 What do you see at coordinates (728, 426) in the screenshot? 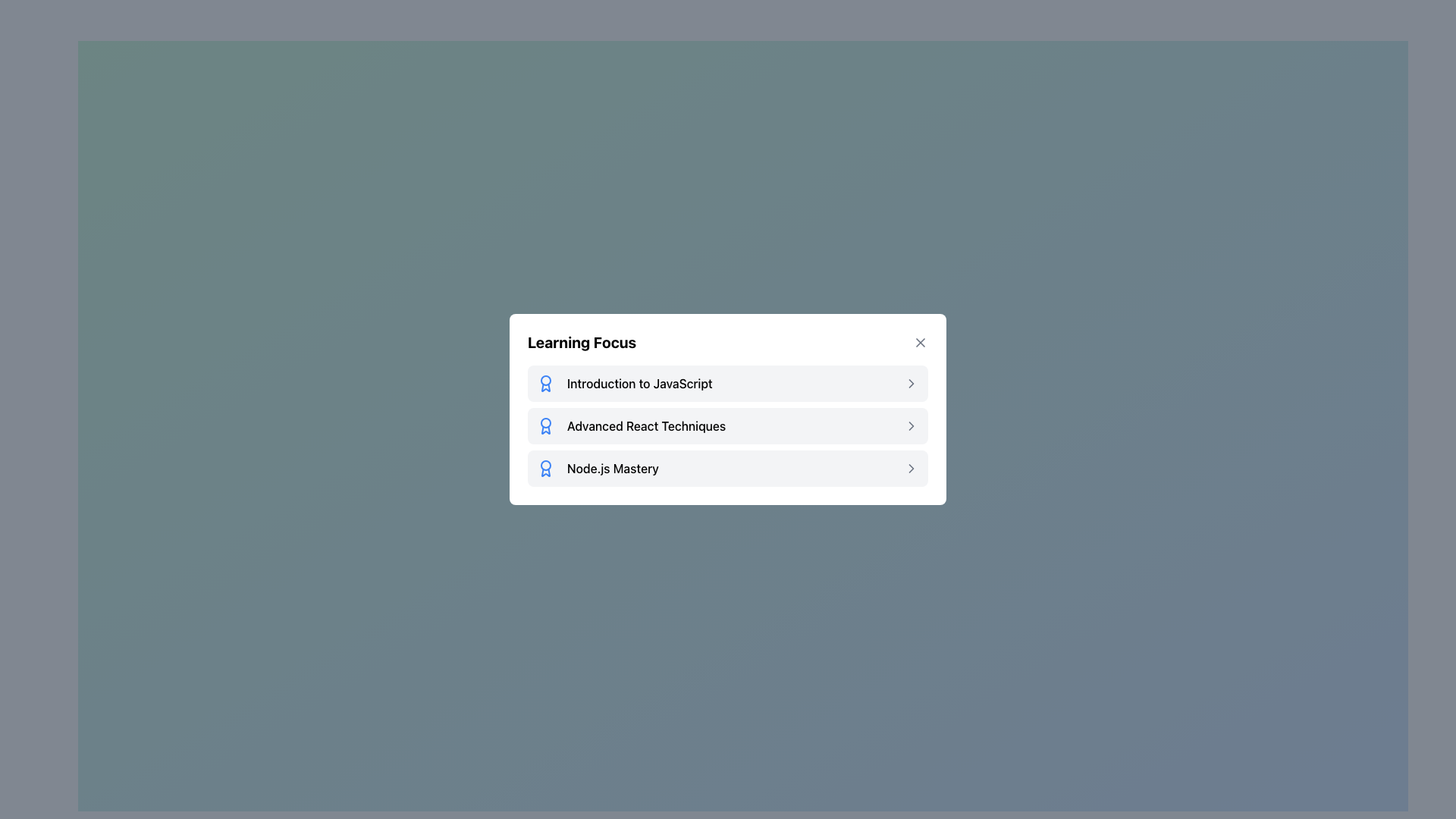
I see `the second clickable list item for 'Advanced React Techniques' located below 'Introduction to JavaScript' and above 'Node.js Mastery'` at bounding box center [728, 426].